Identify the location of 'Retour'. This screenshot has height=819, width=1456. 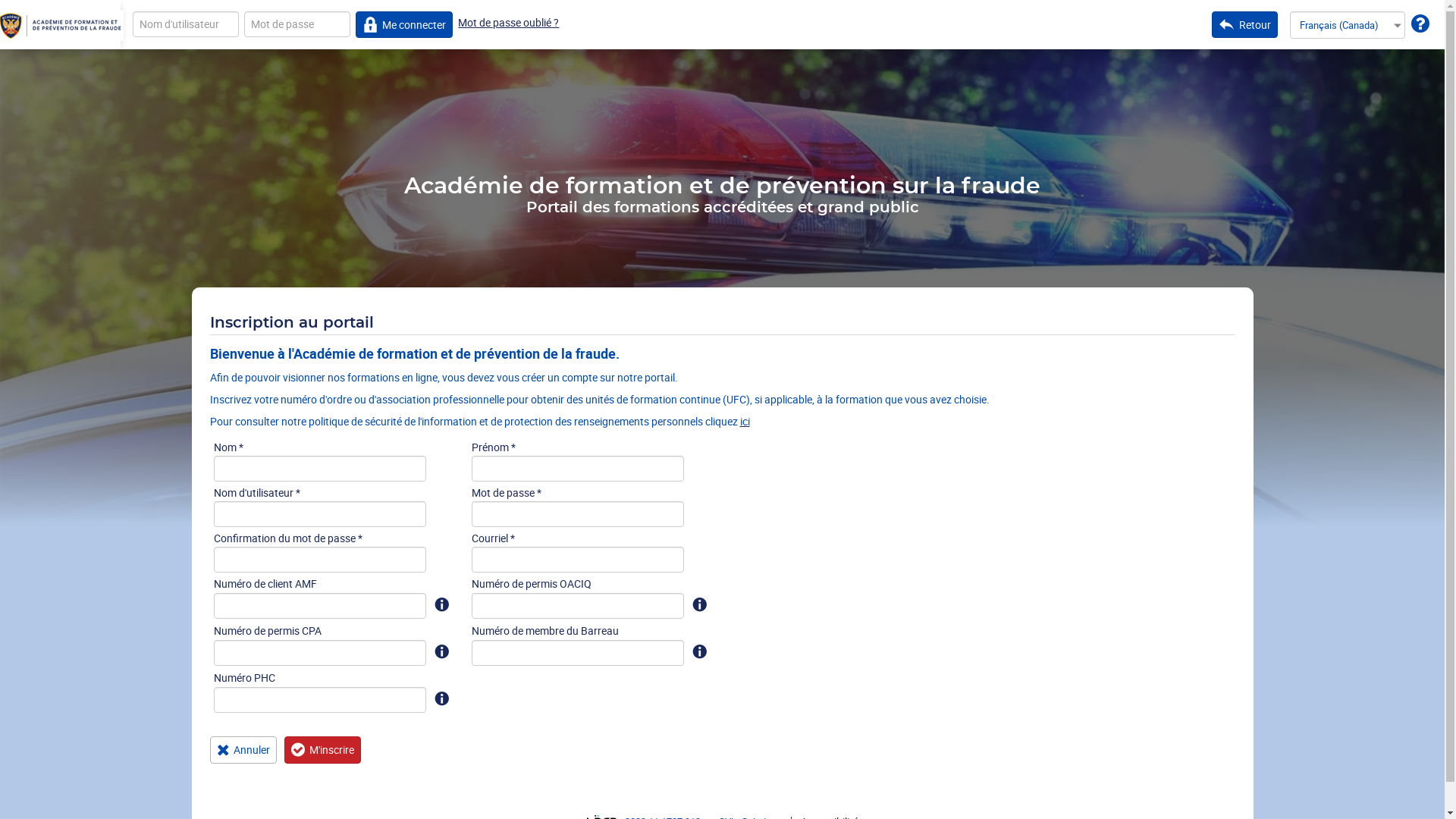
(1244, 24).